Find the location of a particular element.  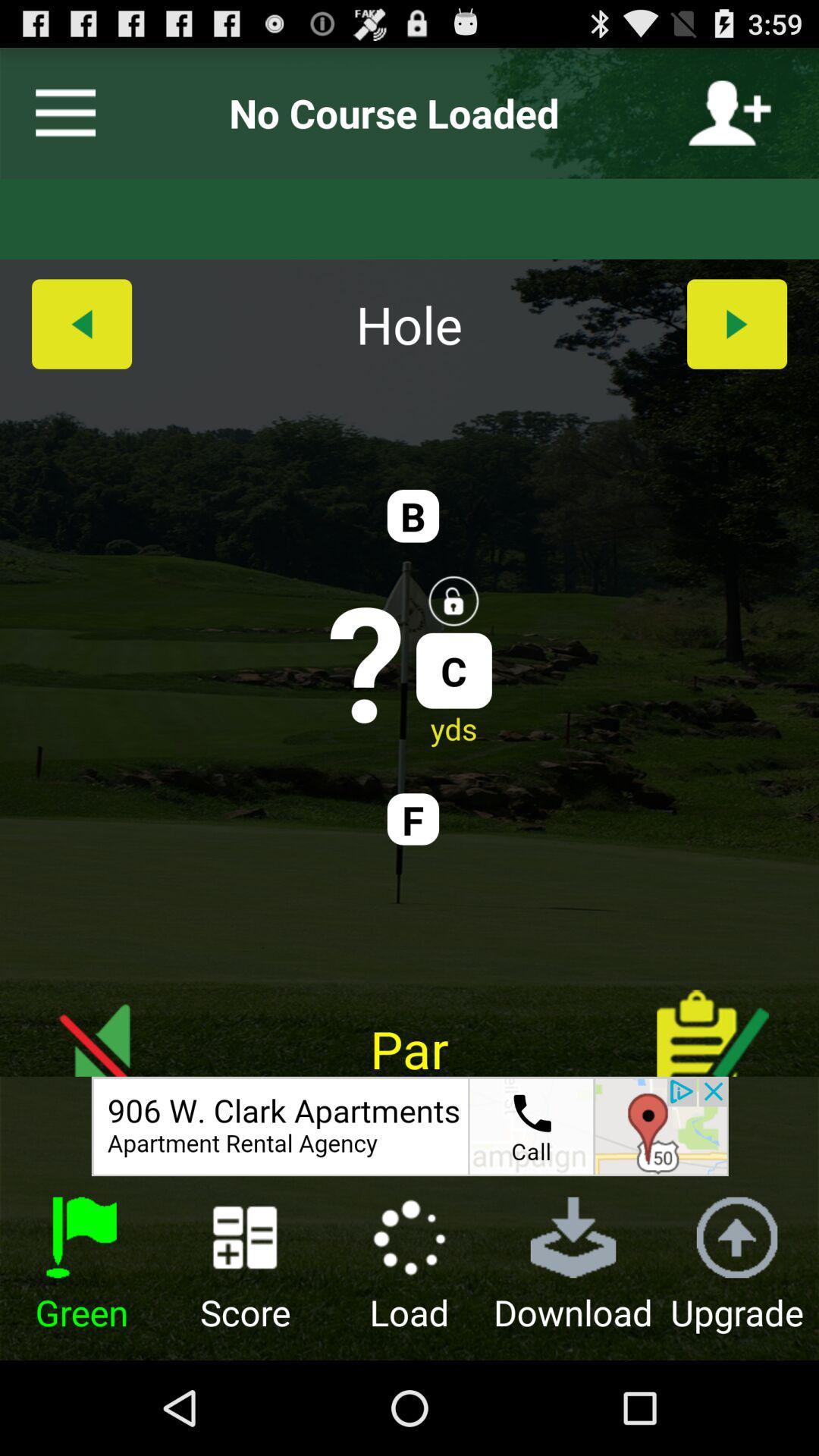

the menu icon is located at coordinates (58, 120).